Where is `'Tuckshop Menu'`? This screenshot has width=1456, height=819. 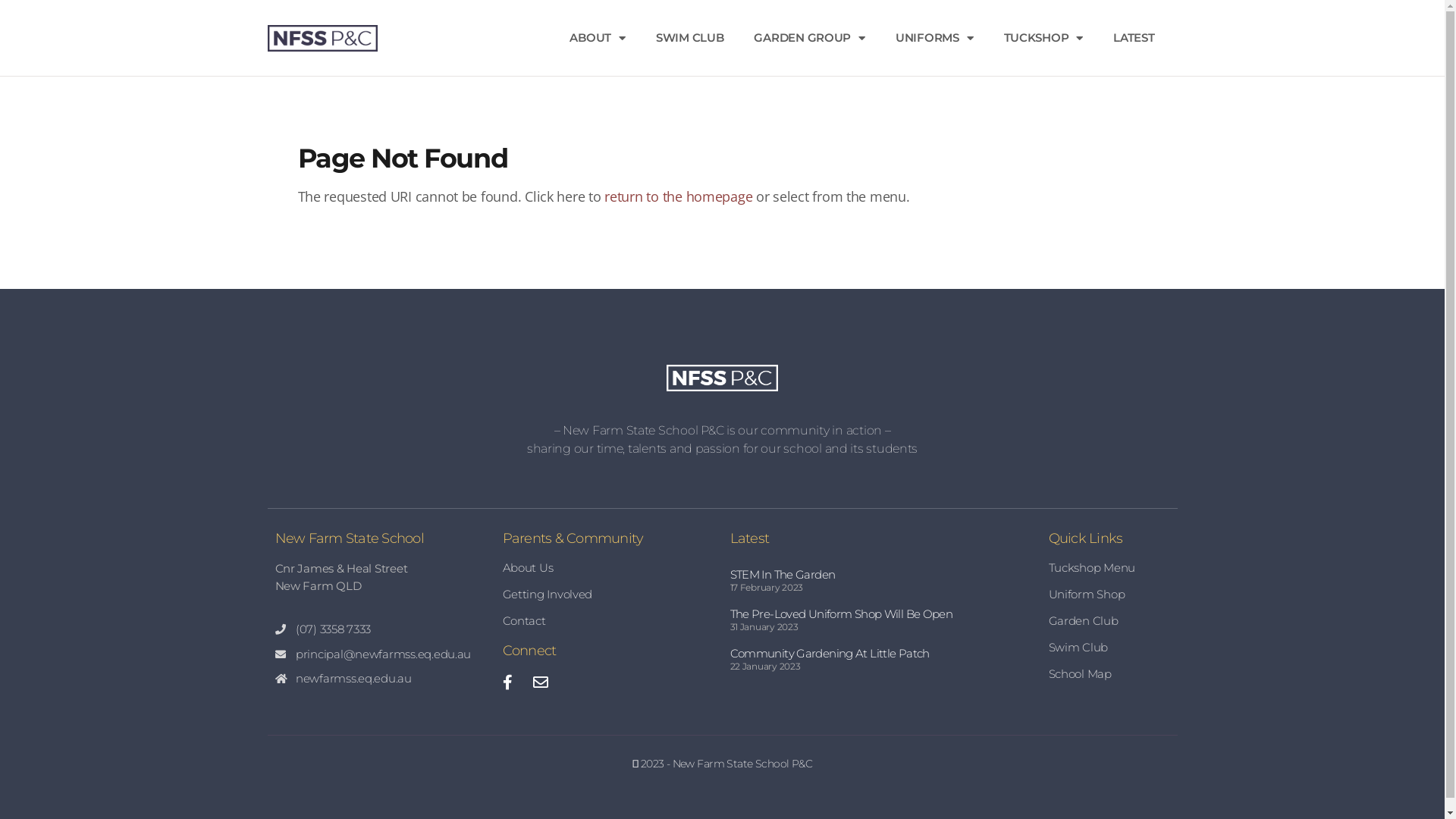 'Tuckshop Menu' is located at coordinates (1109, 567).